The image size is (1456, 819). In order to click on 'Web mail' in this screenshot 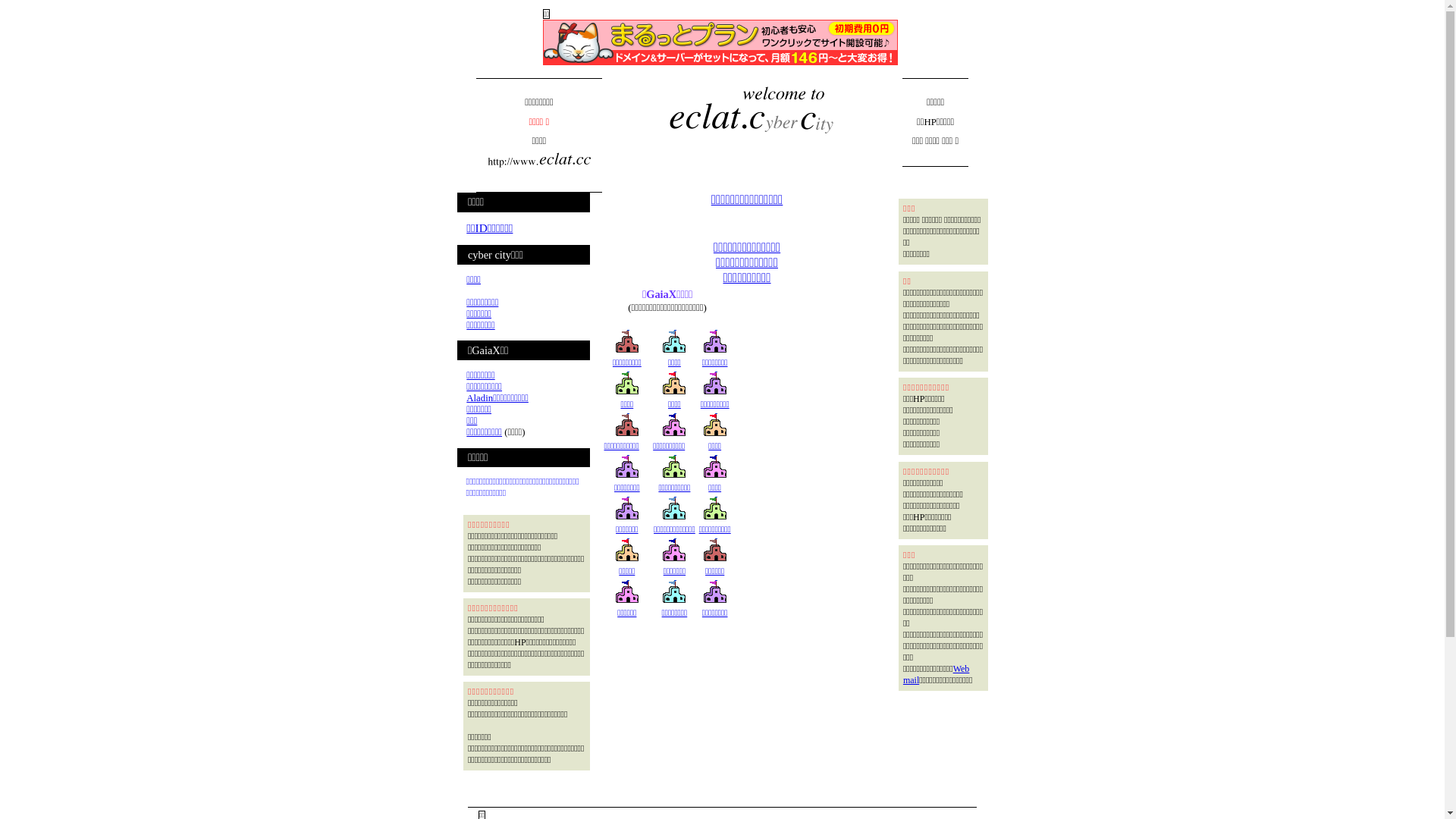, I will do `click(935, 673)`.